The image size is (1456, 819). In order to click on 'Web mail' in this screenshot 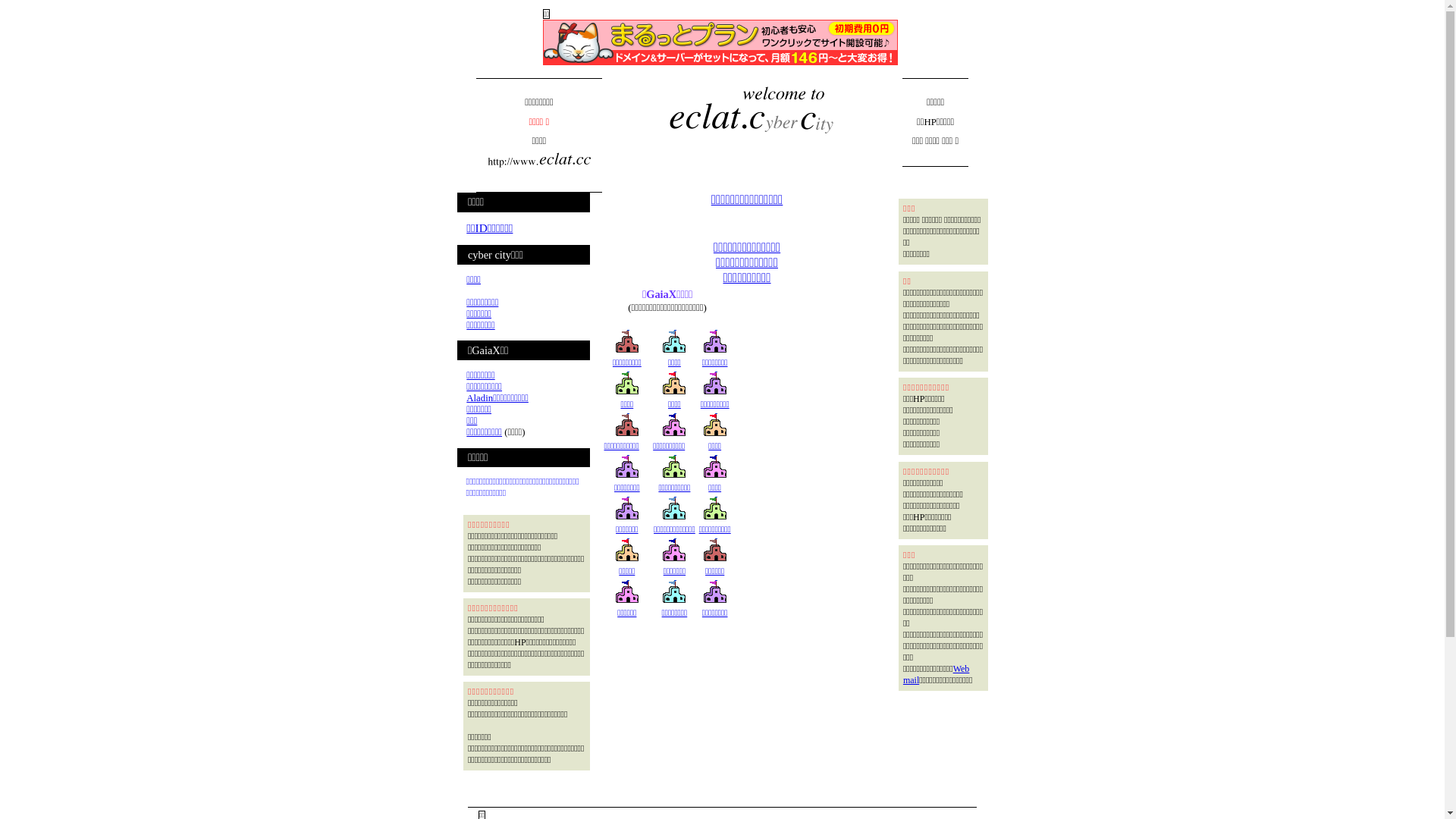, I will do `click(935, 673)`.